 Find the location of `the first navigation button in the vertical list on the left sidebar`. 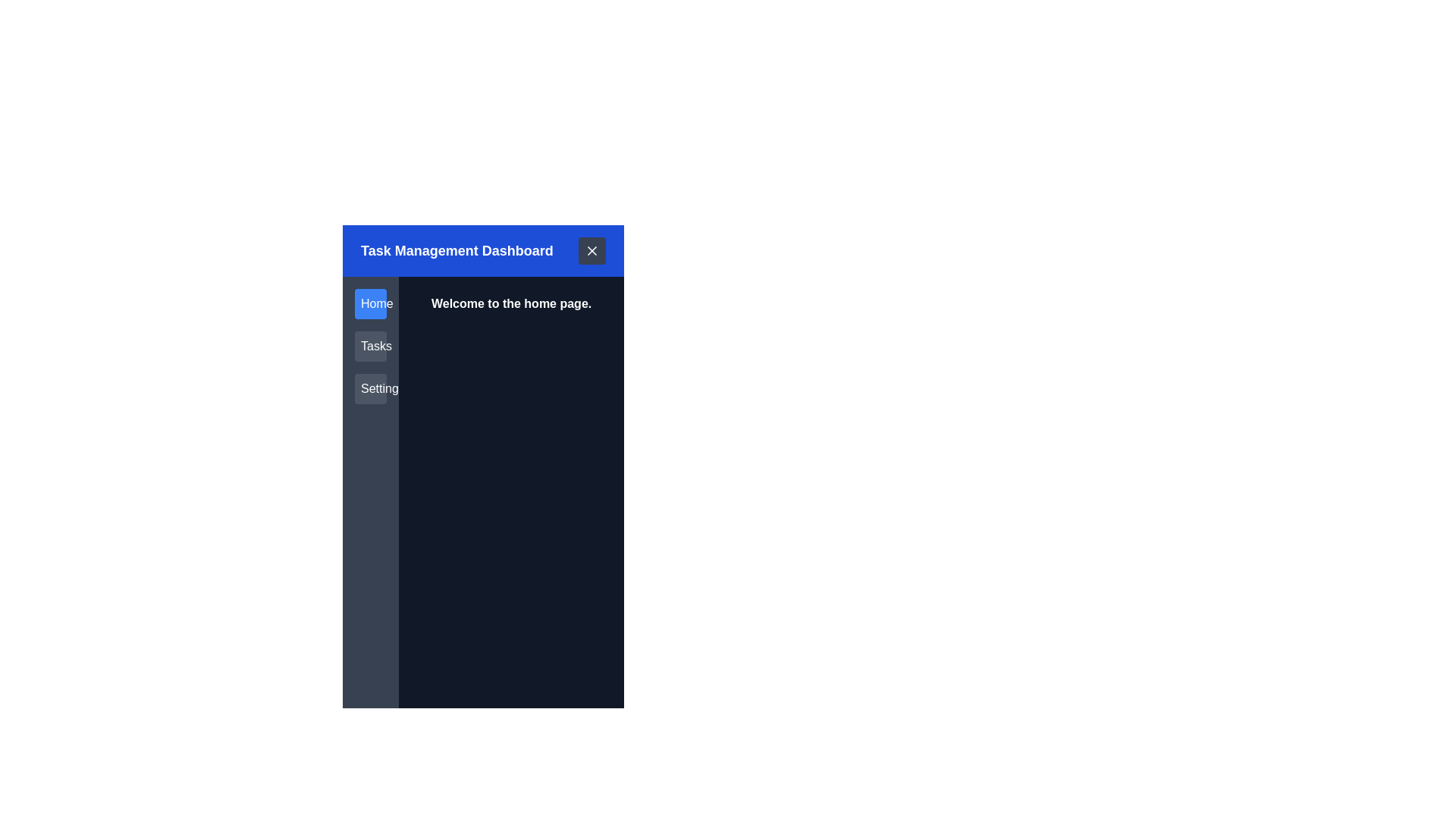

the first navigation button in the vertical list on the left sidebar is located at coordinates (371, 304).